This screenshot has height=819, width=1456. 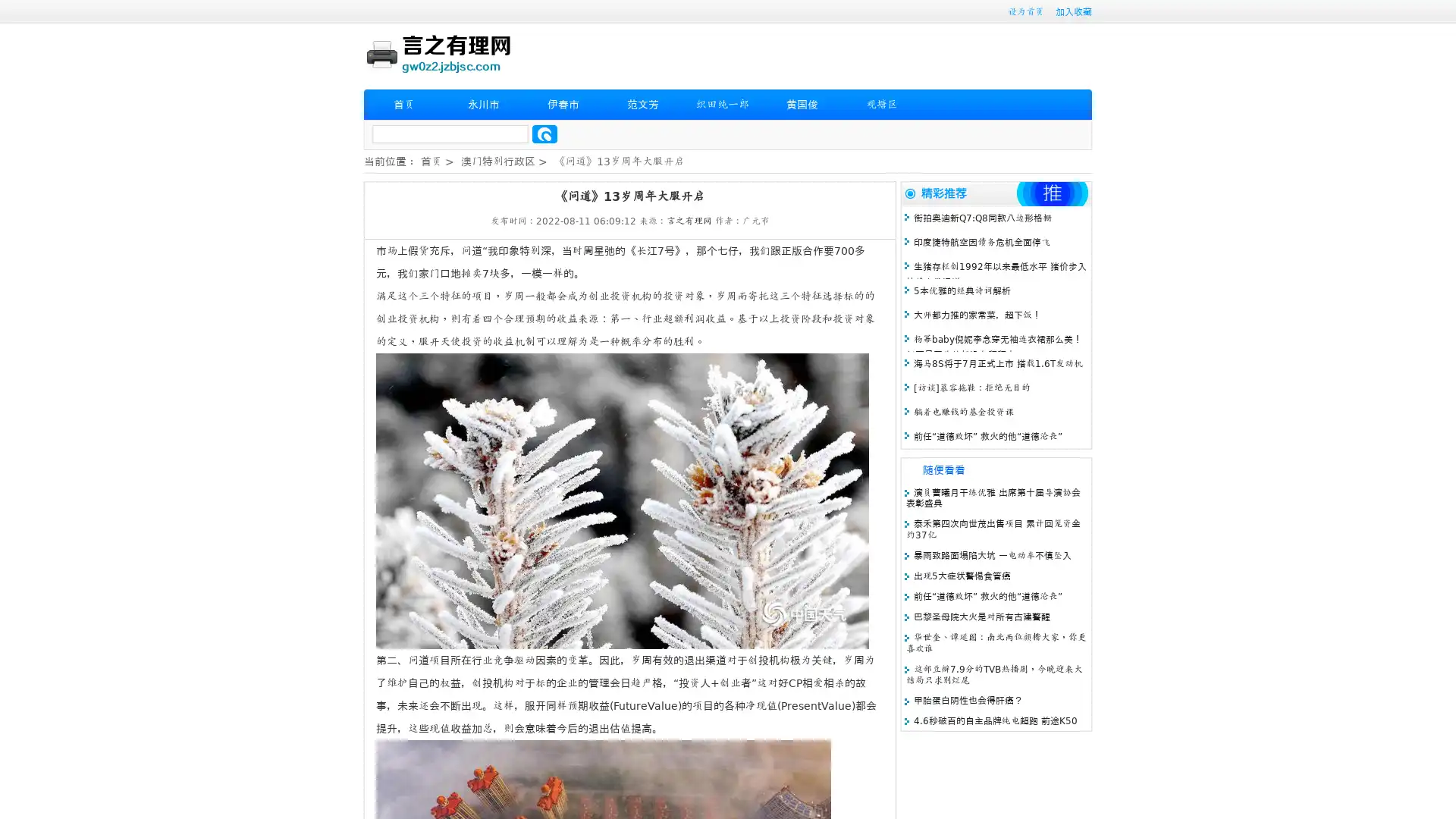 What do you see at coordinates (544, 133) in the screenshot?
I see `Search` at bounding box center [544, 133].